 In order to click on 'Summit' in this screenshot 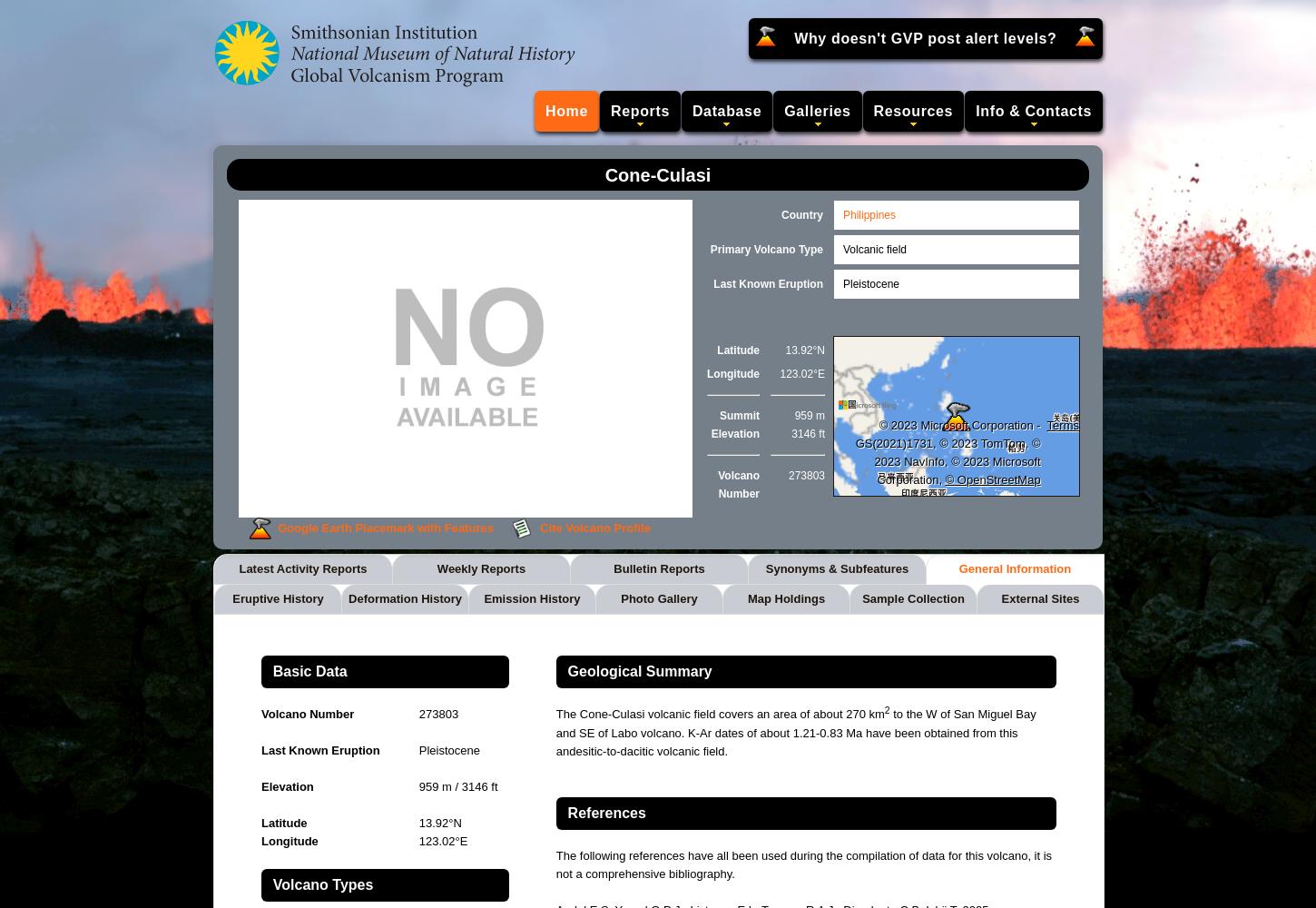, I will do `click(739, 415)`.